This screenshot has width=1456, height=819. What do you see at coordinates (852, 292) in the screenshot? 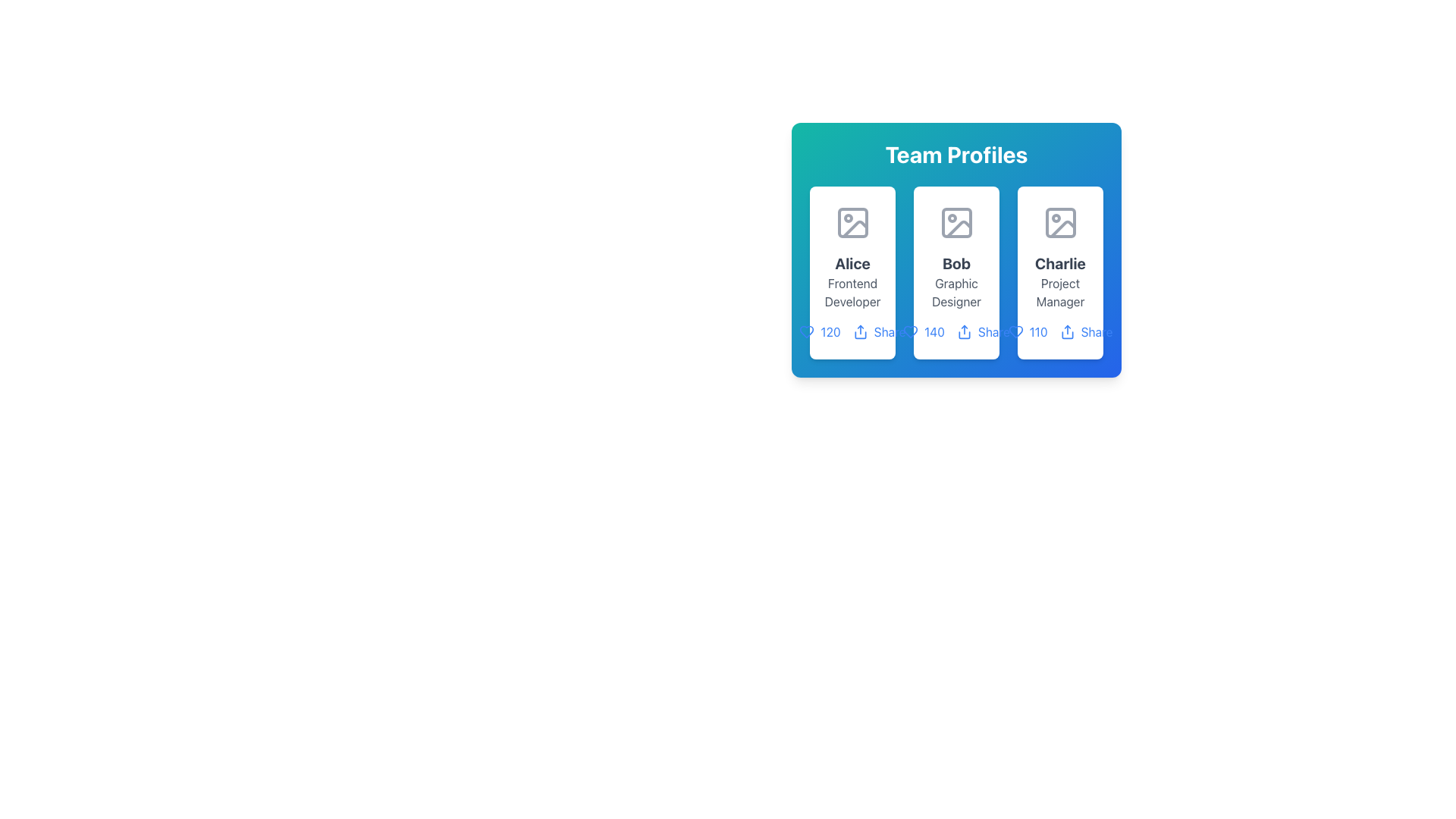
I see `the job title text for the individual named 'Alice' in the leftmost team profile card, which is located directly beneath the title and above the interaction area` at bounding box center [852, 292].